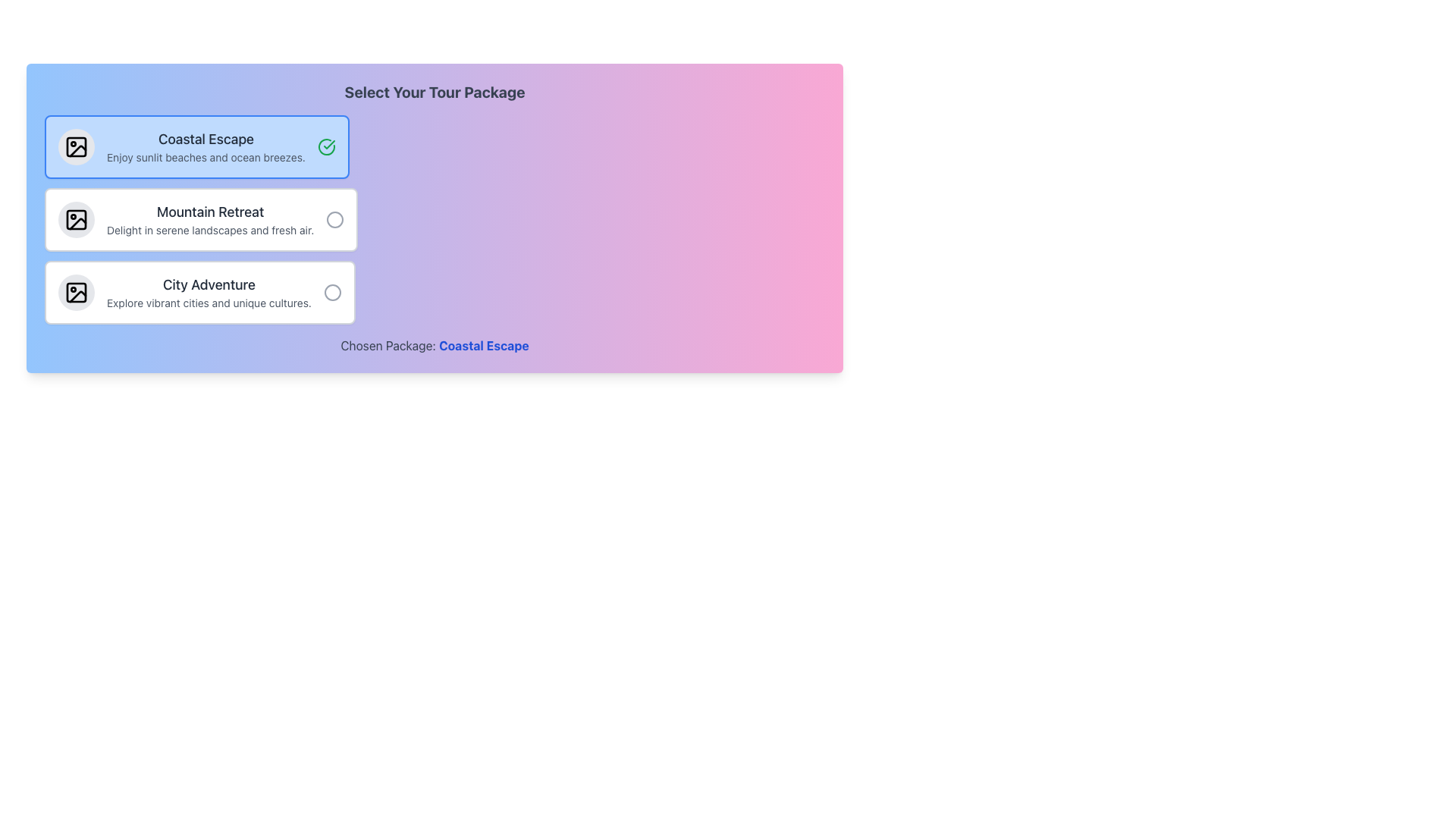 The width and height of the screenshot is (1456, 819). Describe the element at coordinates (75, 292) in the screenshot. I see `the 'City Adventure' package icon, which is the leftmost icon in the third option card of the tour packages list` at that location.